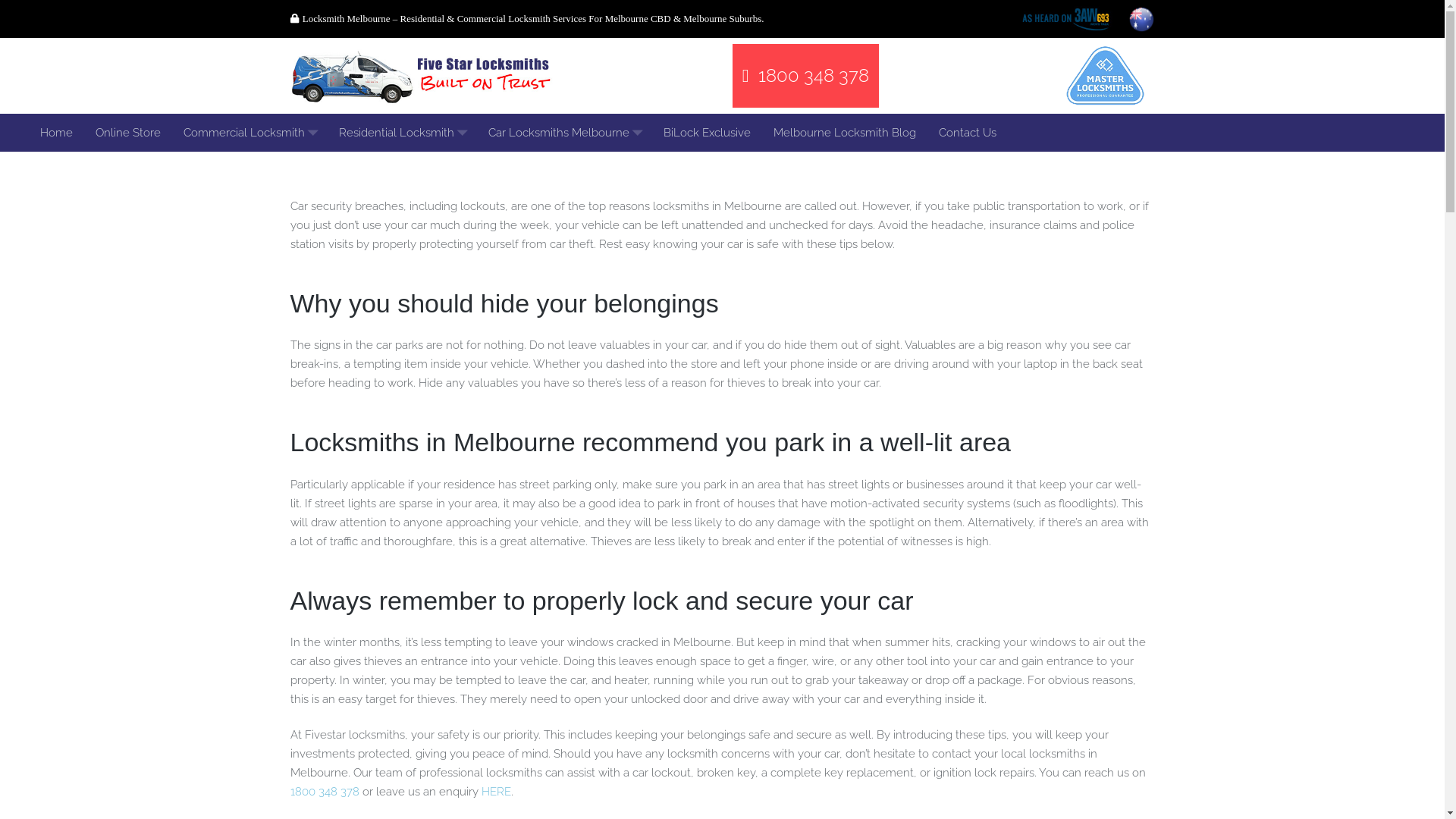 Image resolution: width=1456 pixels, height=819 pixels. Describe the element at coordinates (56, 131) in the screenshot. I see `'Home'` at that location.